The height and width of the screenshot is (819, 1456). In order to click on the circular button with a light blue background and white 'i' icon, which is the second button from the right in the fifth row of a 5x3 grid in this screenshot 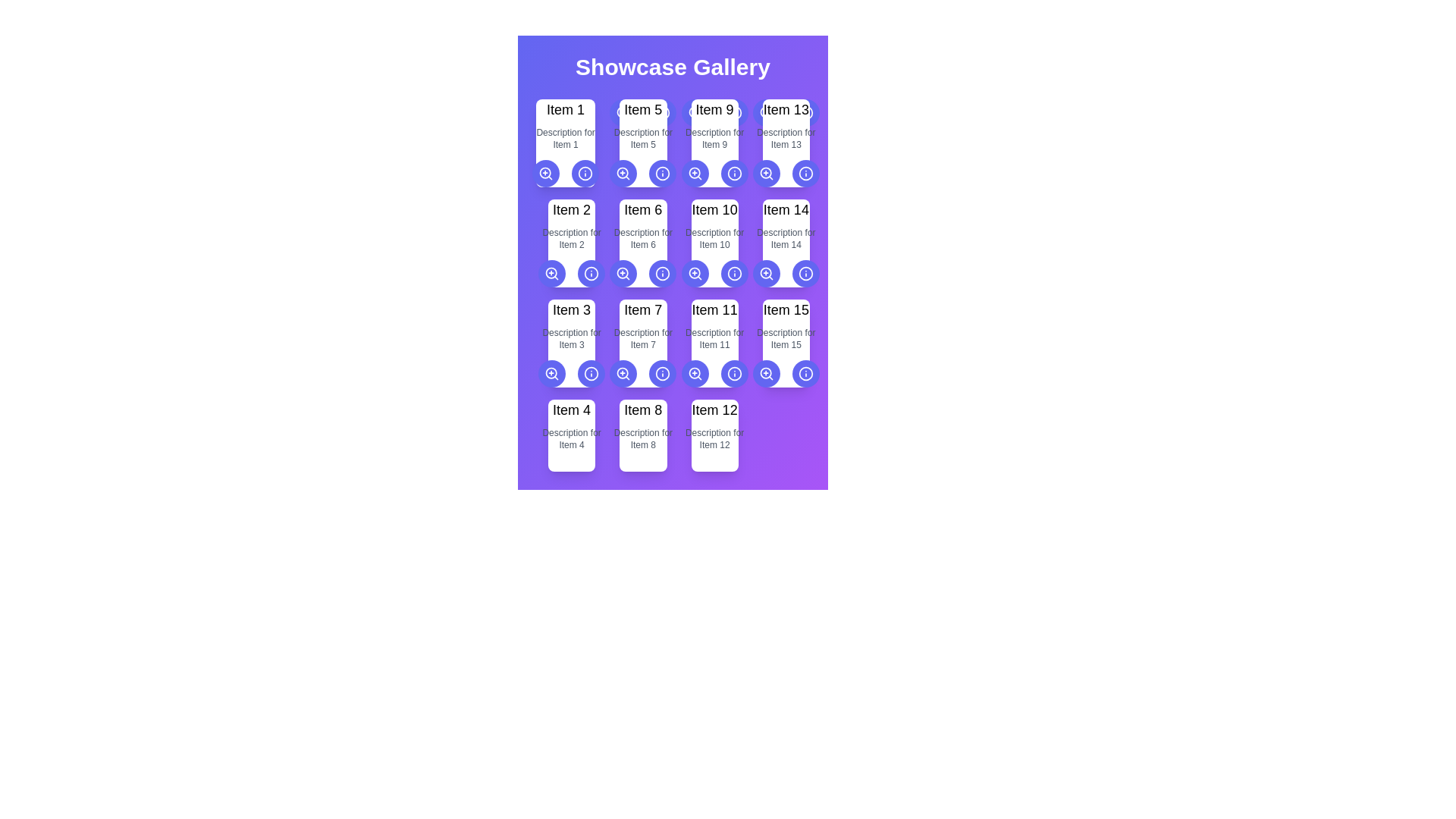, I will do `click(805, 374)`.